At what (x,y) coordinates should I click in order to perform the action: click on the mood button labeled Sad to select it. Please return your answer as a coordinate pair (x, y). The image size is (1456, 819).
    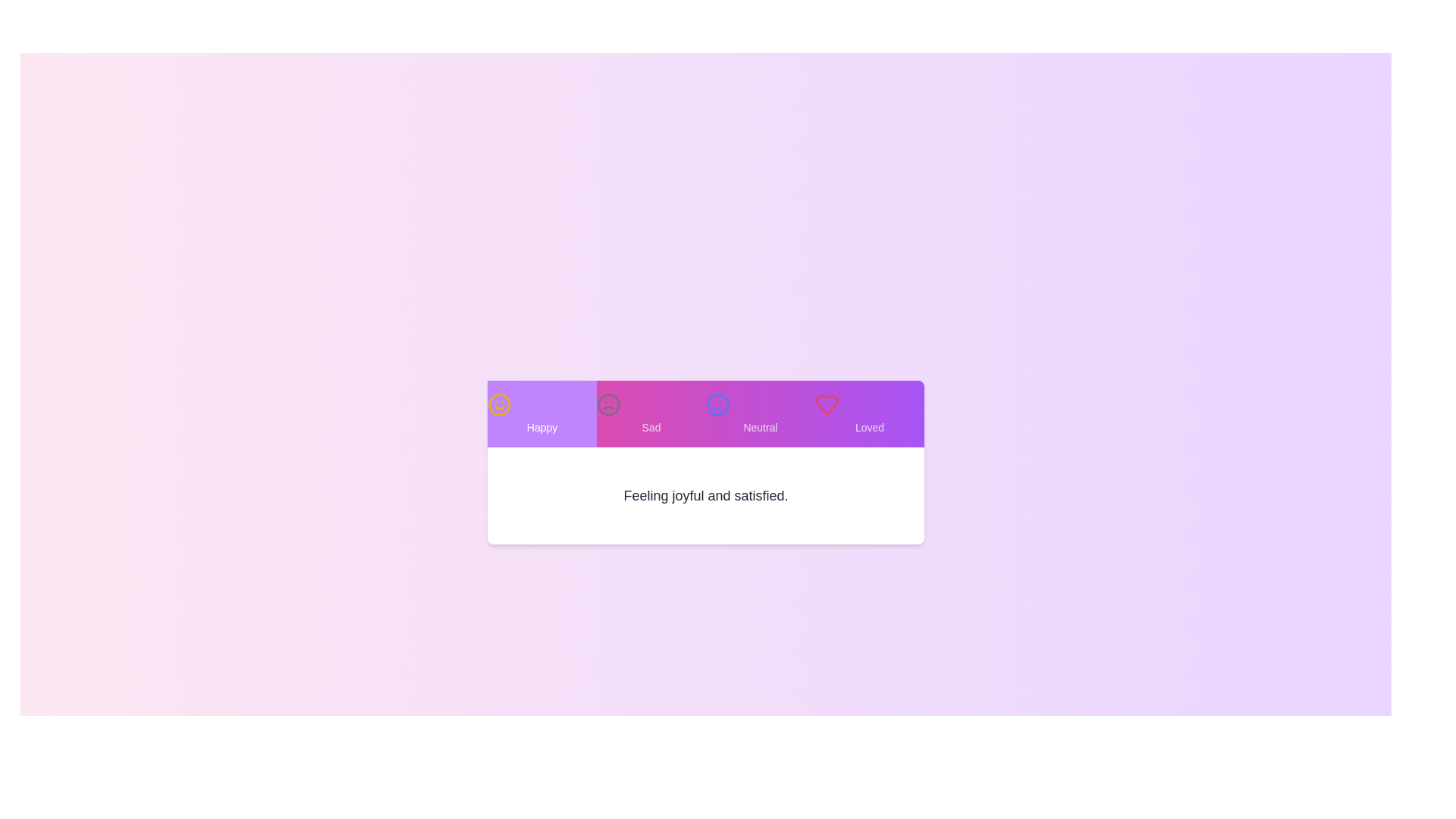
    Looking at the image, I should click on (651, 414).